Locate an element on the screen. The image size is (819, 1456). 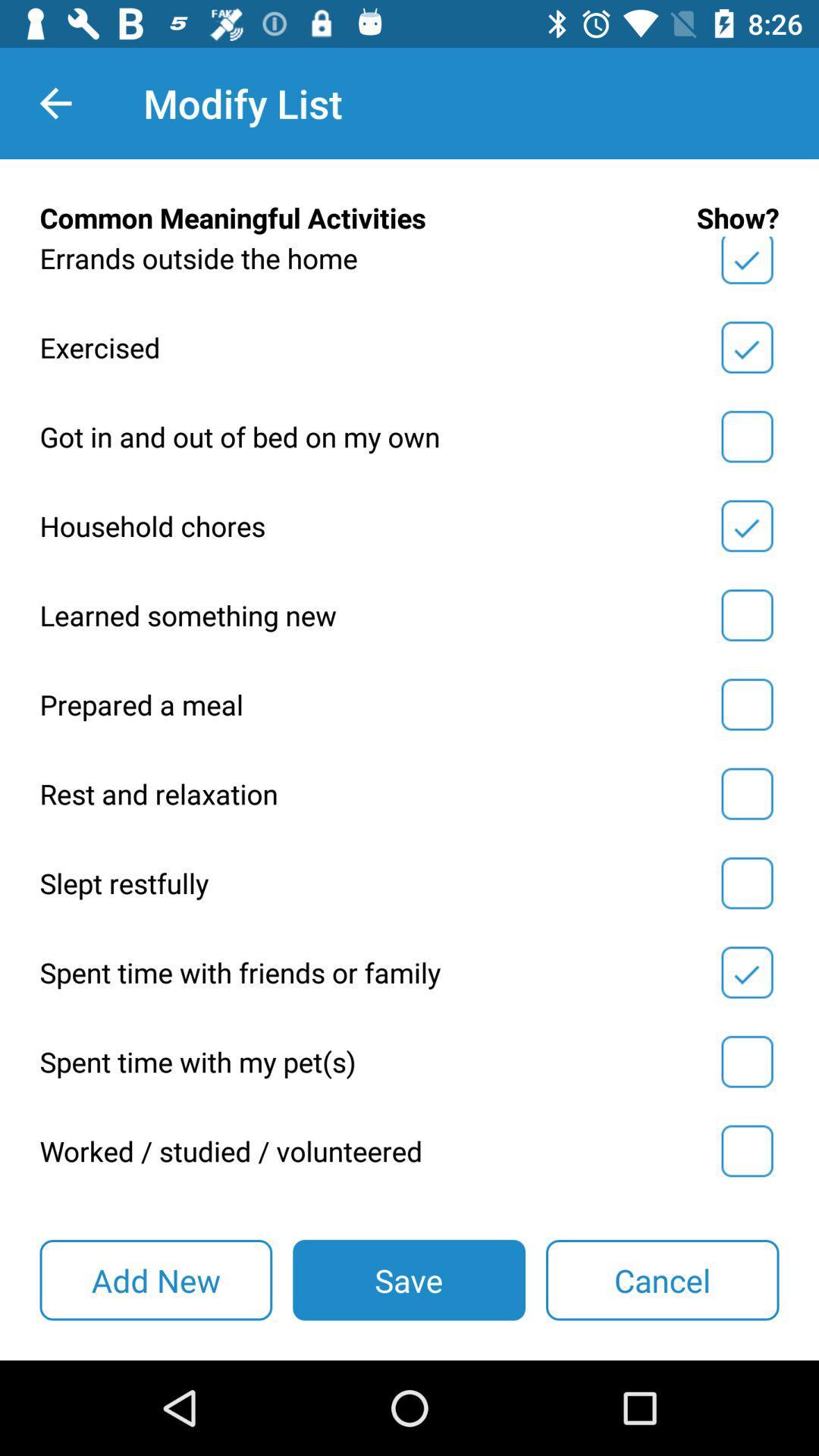
option selected is located at coordinates (746, 526).